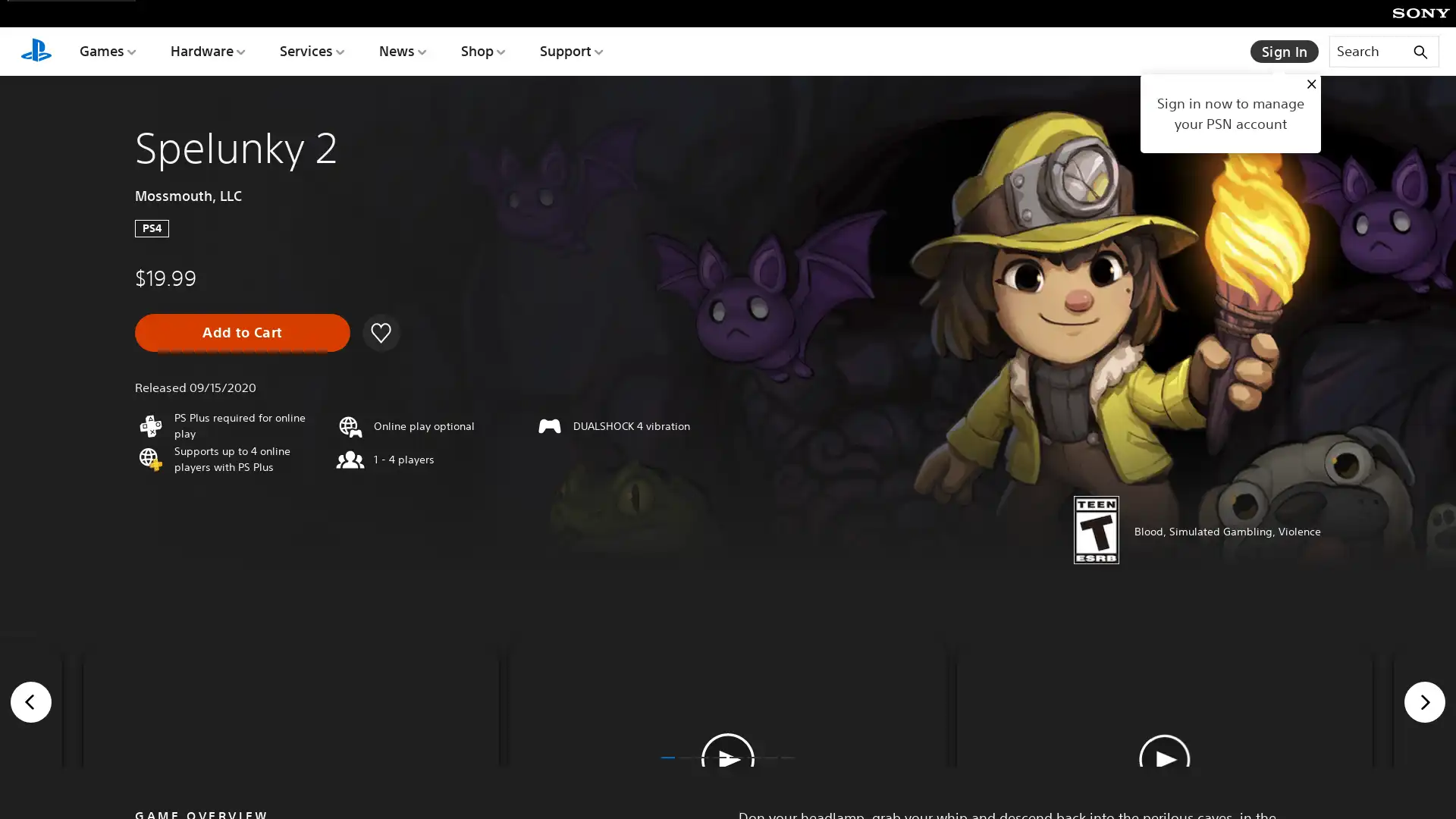 Image resolution: width=1456 pixels, height=819 pixels. I want to click on Add to Wishlist, so click(381, 331).